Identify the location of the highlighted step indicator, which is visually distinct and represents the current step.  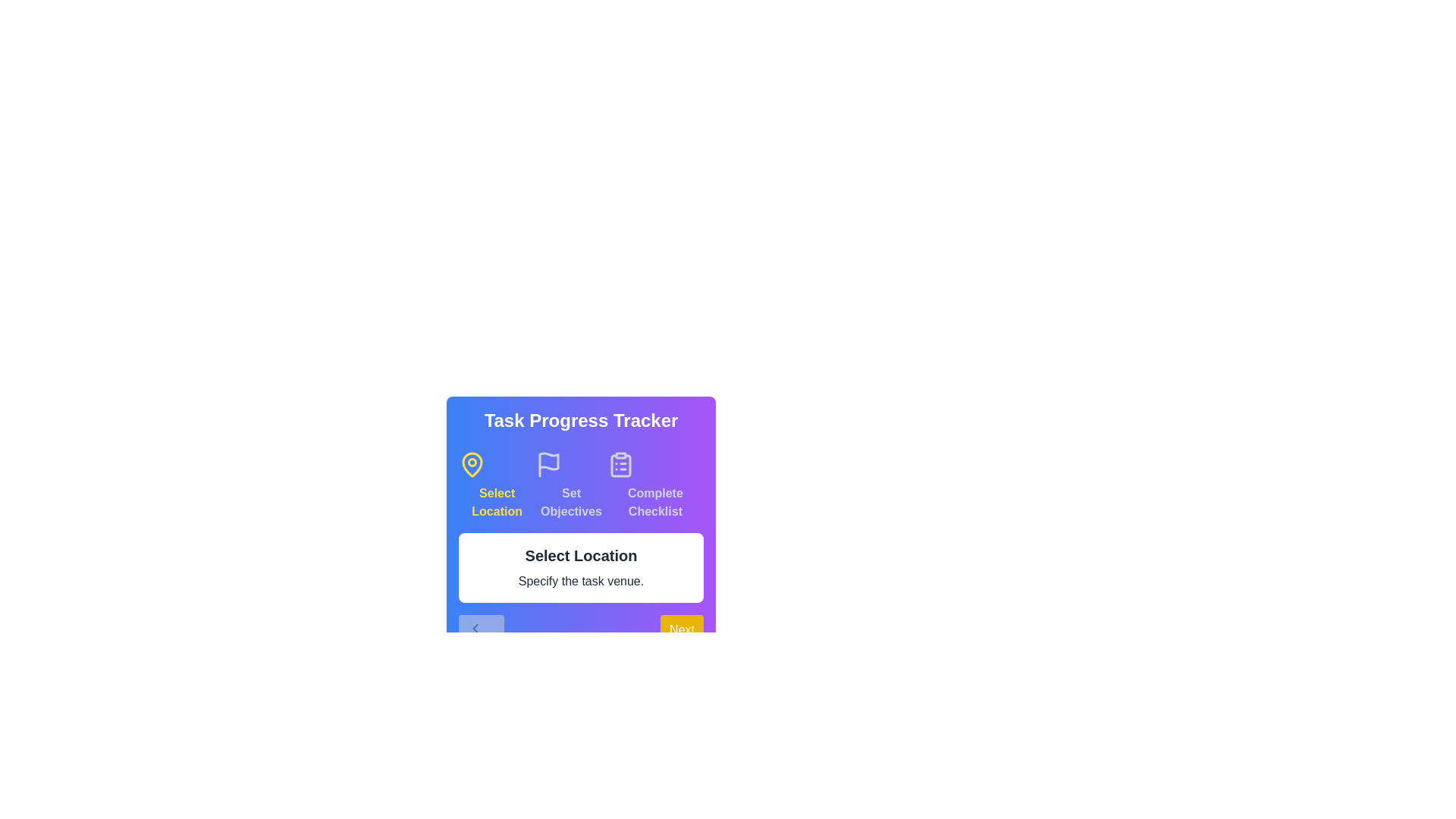
(497, 485).